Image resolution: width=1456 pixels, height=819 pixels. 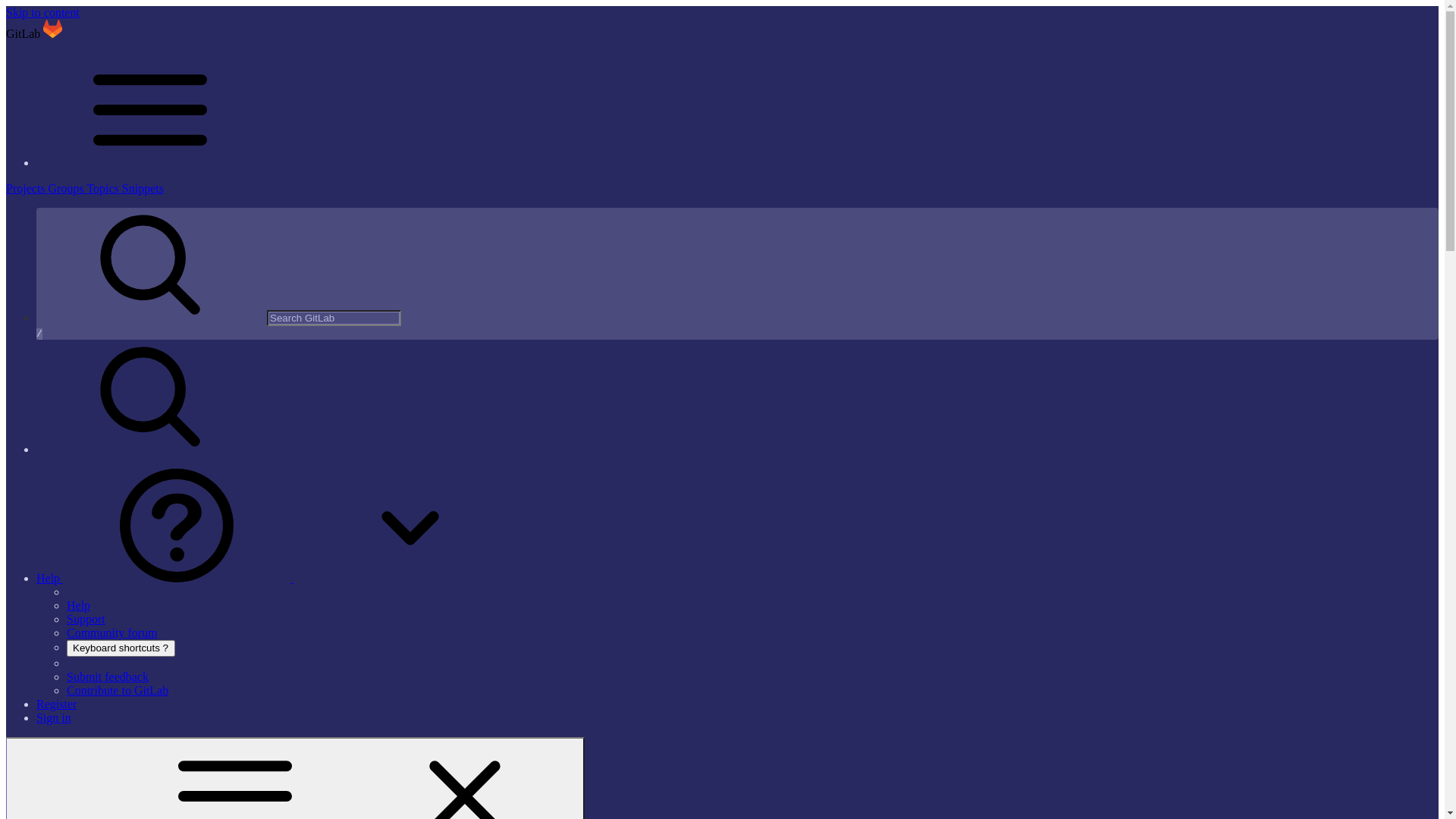 I want to click on 'Contribute to GitLab', so click(x=116, y=690).